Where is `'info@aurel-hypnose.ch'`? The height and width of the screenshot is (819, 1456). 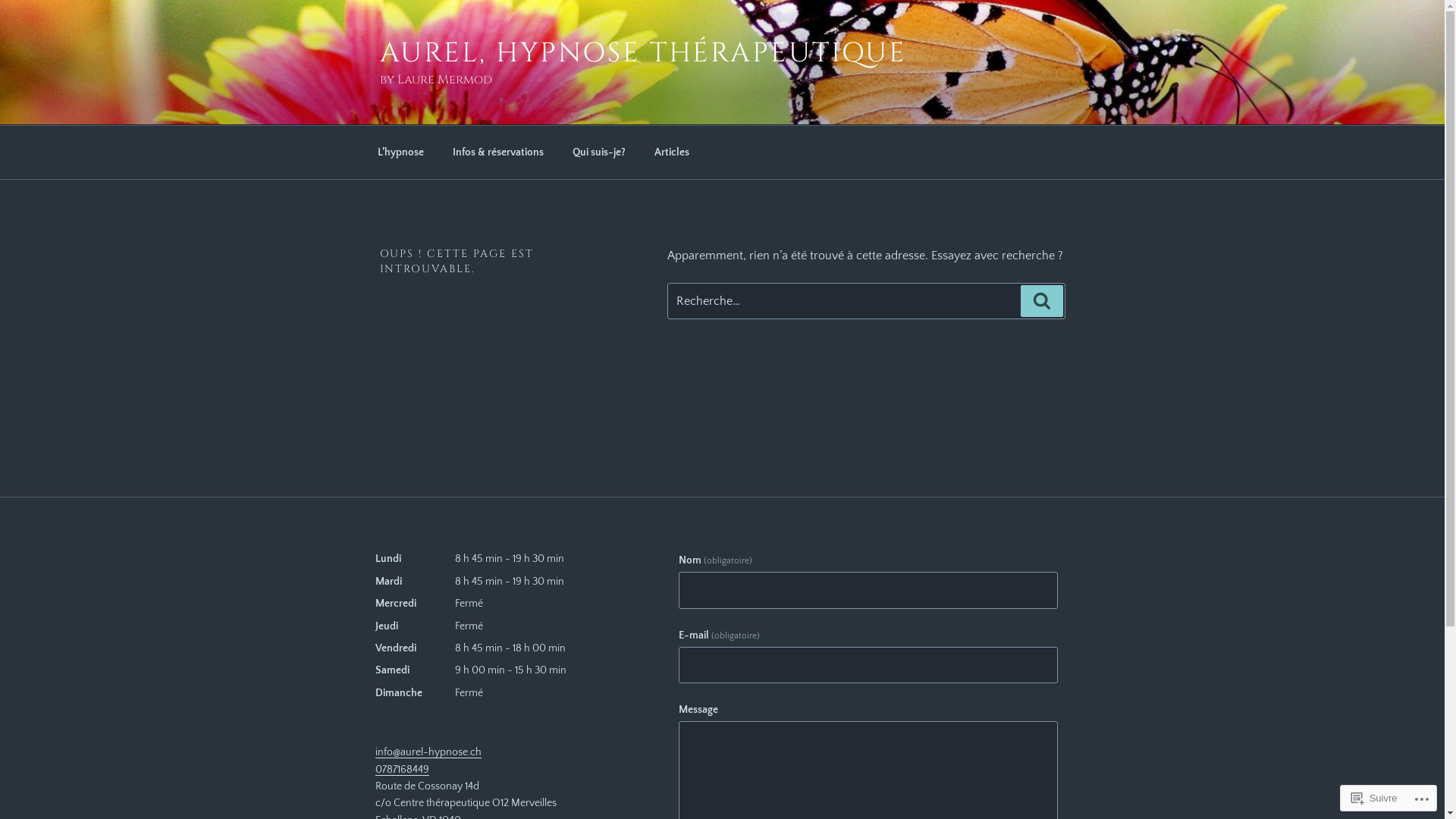 'info@aurel-hypnose.ch' is located at coordinates (426, 752).